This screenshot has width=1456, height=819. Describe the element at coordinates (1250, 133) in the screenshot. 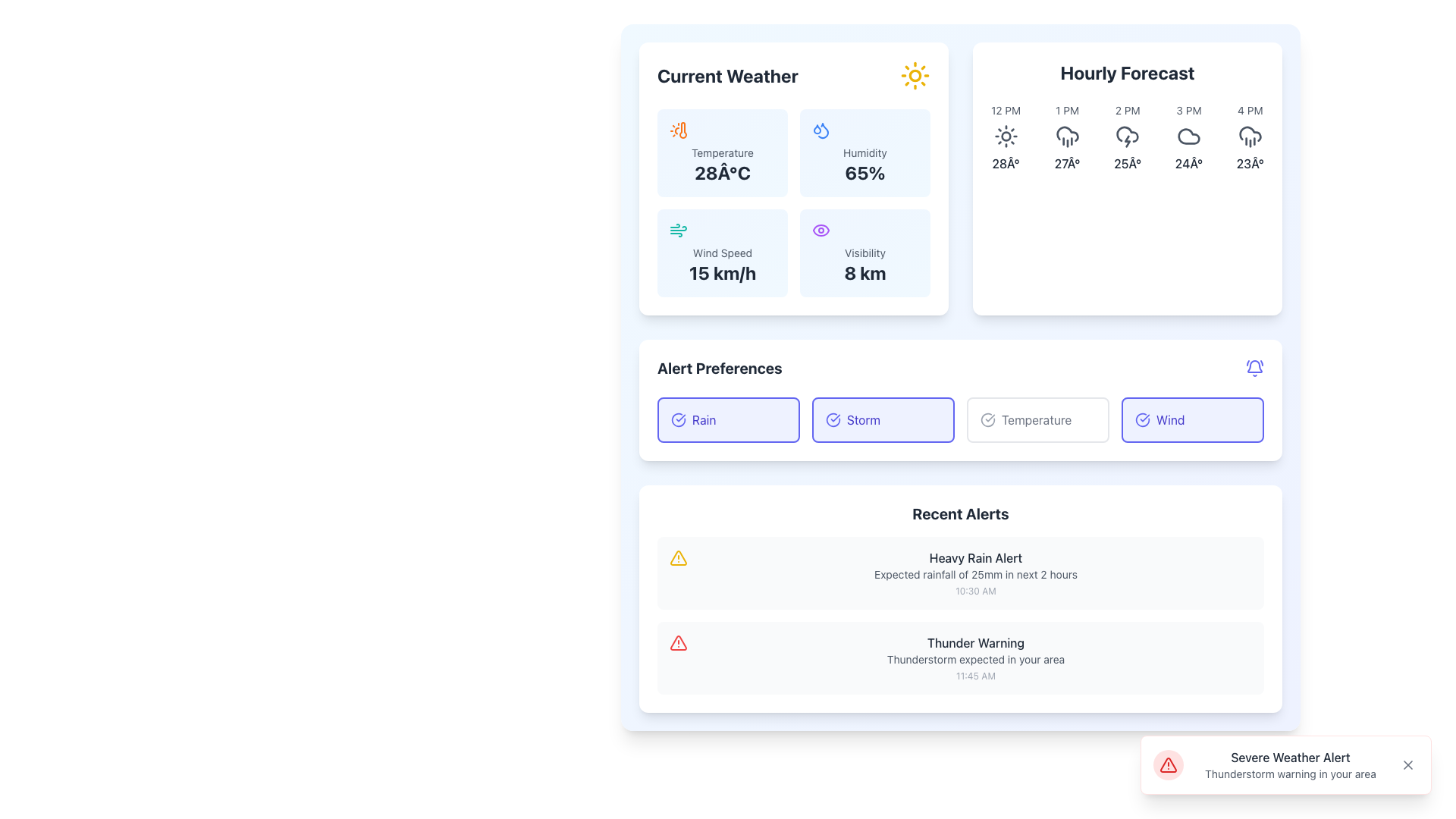

I see `the graphical vector illustration of the rain weather condition icon located in the 'Hourly Forecast' section at 4 PM, which is adjacent to the '23°' text` at that location.